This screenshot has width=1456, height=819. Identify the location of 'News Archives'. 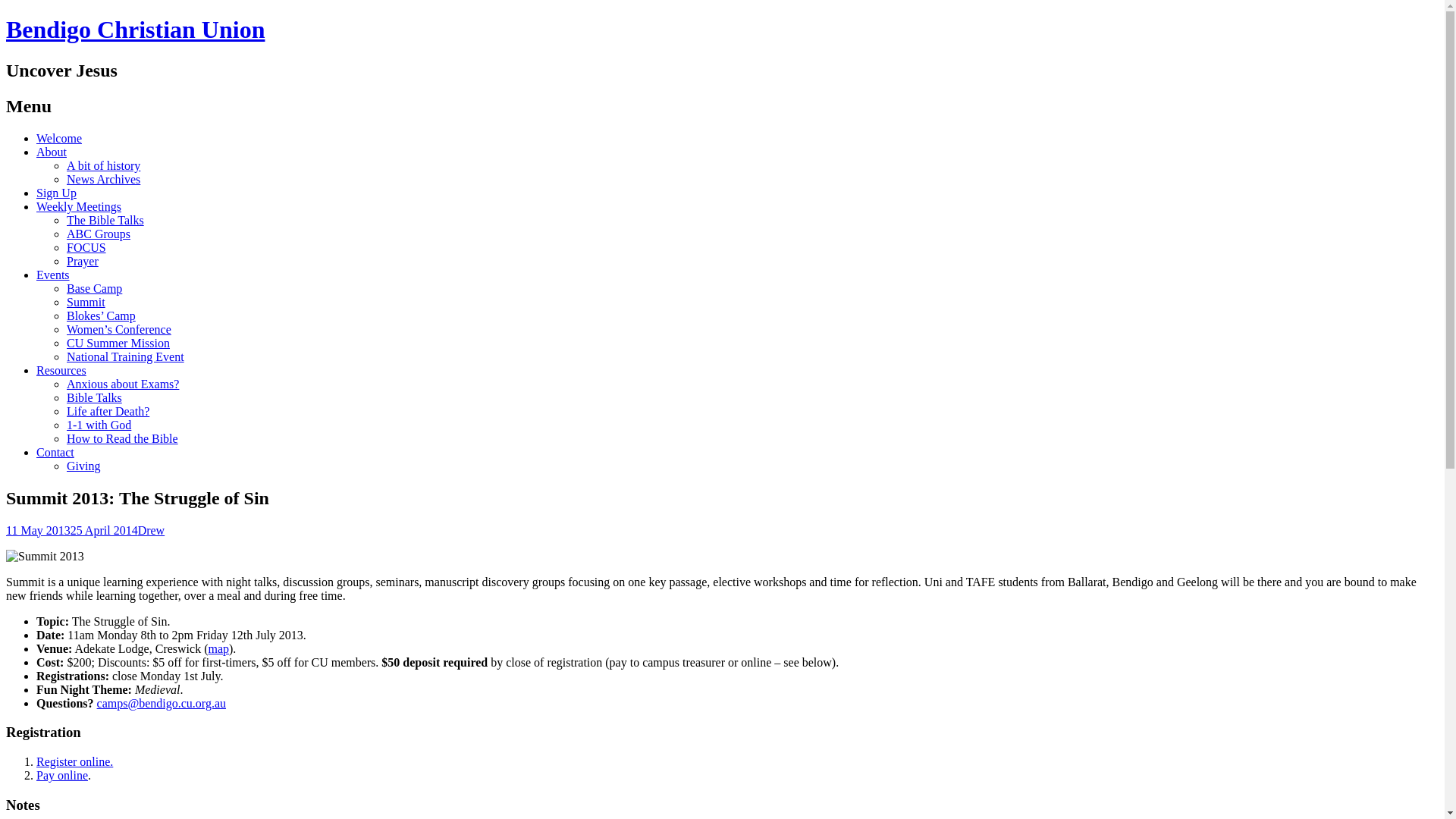
(102, 178).